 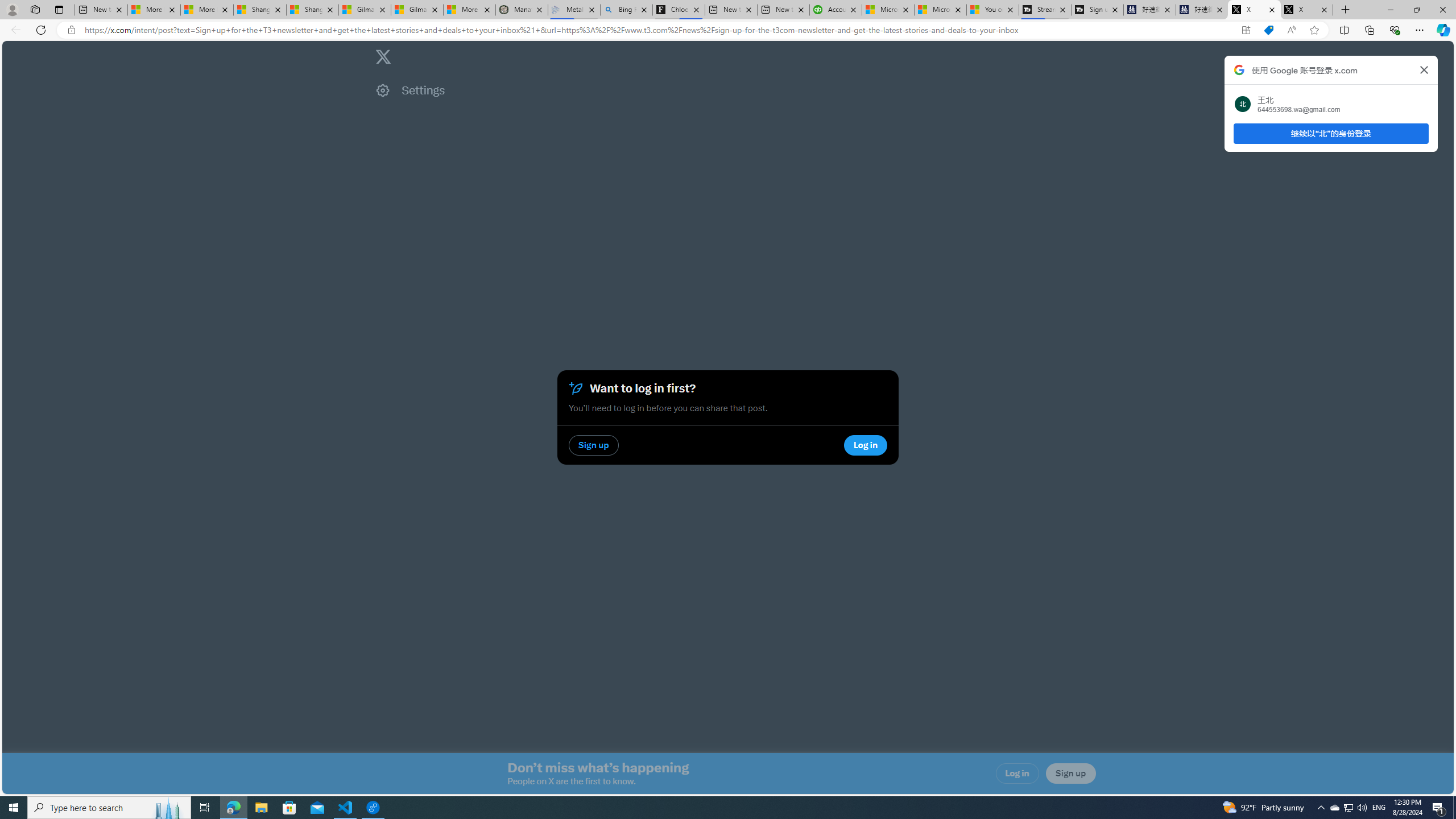 What do you see at coordinates (1423, 69) in the screenshot?
I see `'Class: Bz112c Bz112c-r9oPif'` at bounding box center [1423, 69].